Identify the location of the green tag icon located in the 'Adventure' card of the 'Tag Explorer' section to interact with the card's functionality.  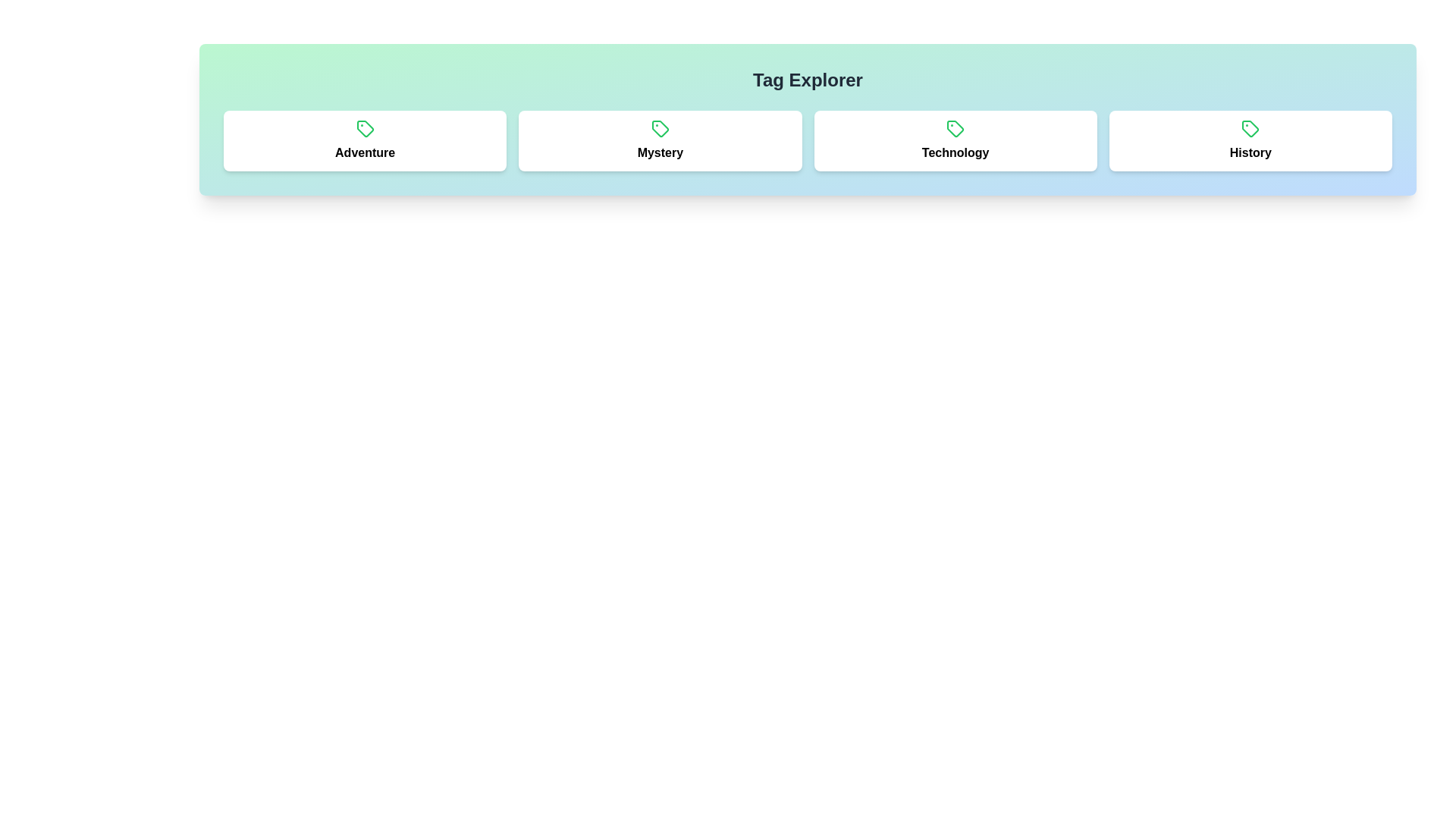
(365, 127).